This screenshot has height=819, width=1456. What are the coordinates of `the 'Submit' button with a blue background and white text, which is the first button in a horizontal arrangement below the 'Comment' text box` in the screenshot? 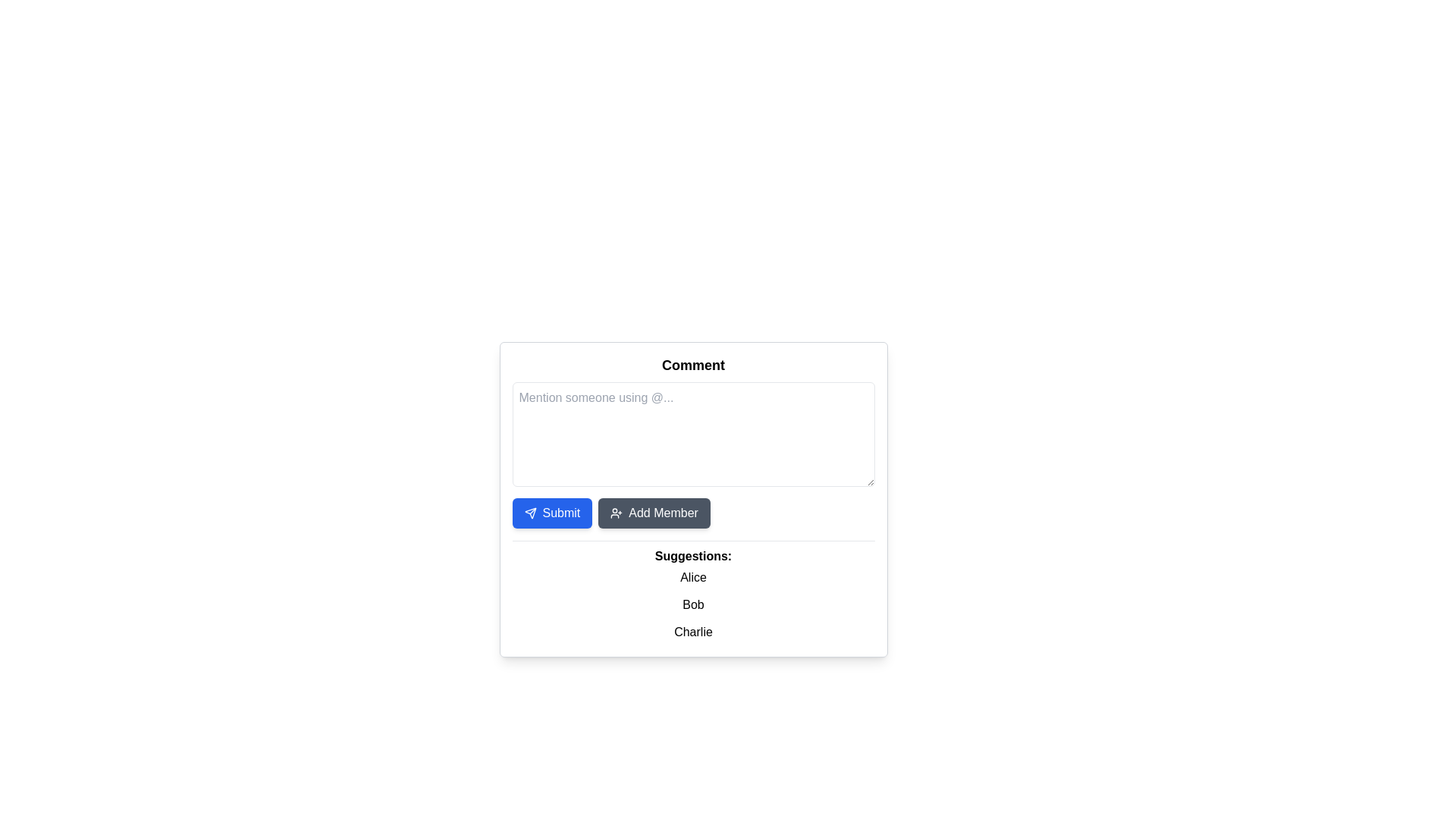 It's located at (551, 513).